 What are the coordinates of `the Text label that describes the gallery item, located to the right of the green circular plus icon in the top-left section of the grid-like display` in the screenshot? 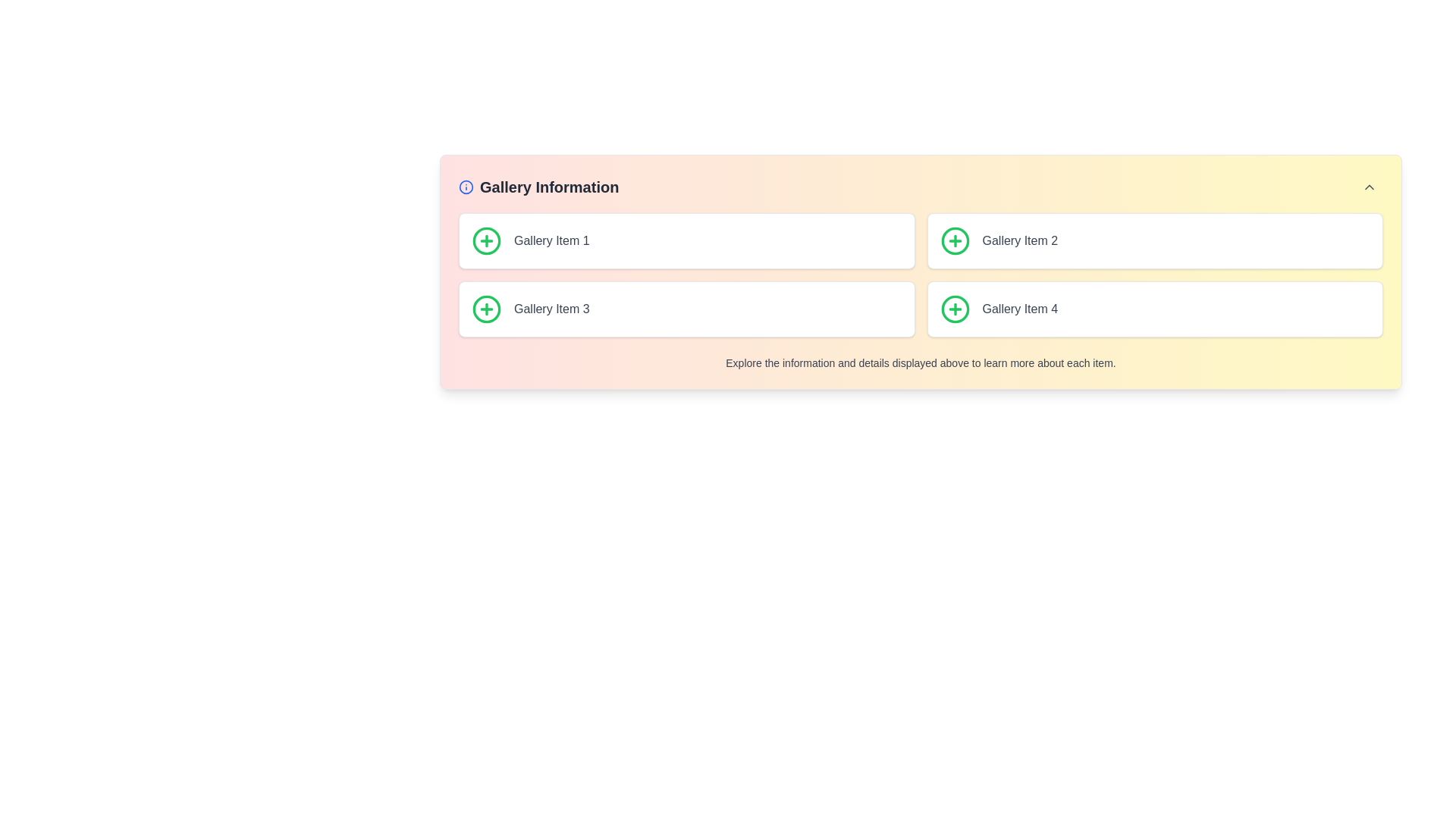 It's located at (551, 240).